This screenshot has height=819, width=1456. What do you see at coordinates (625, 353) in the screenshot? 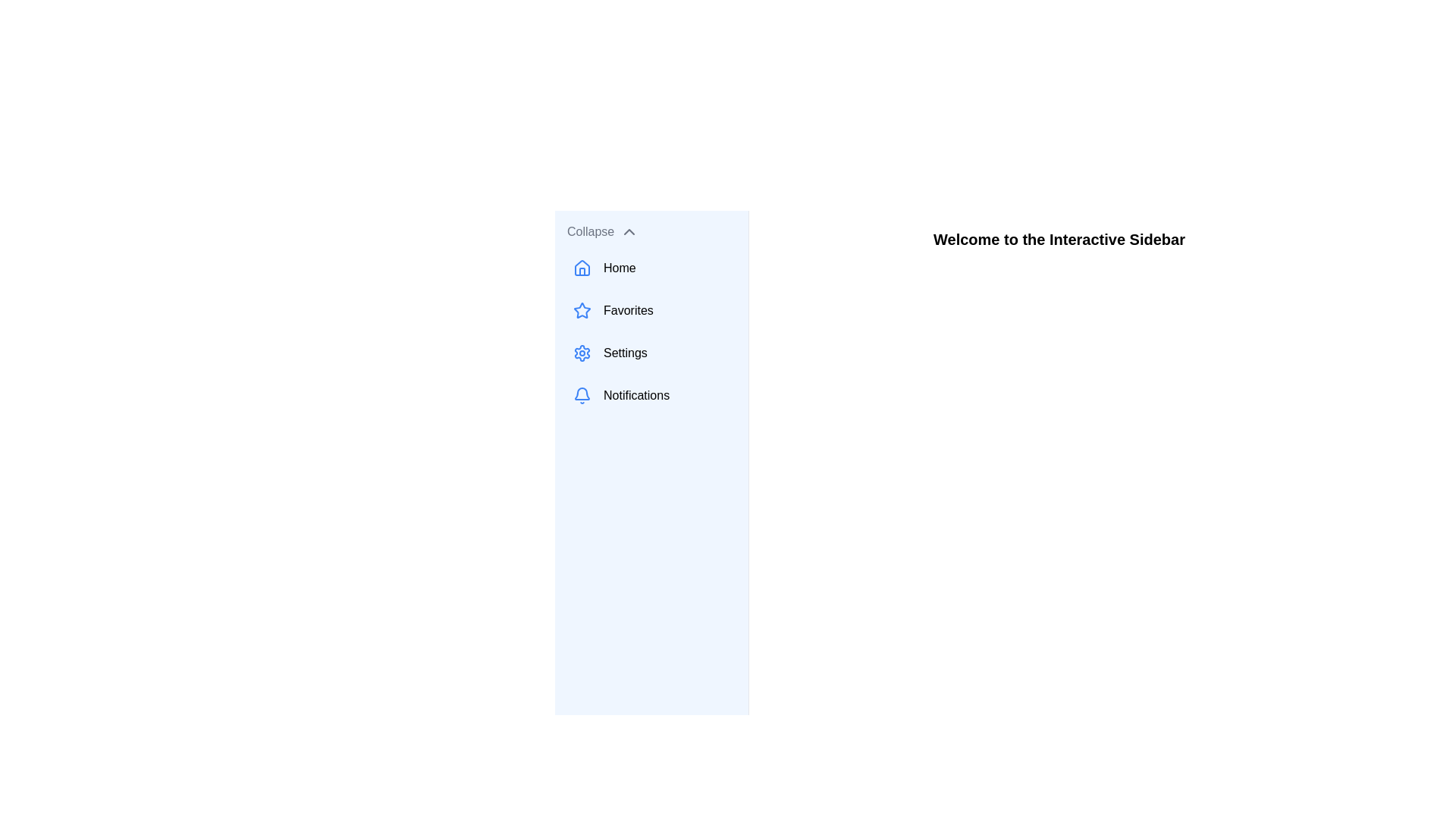
I see `the 'Settings' text label in the sidebar menu` at bounding box center [625, 353].